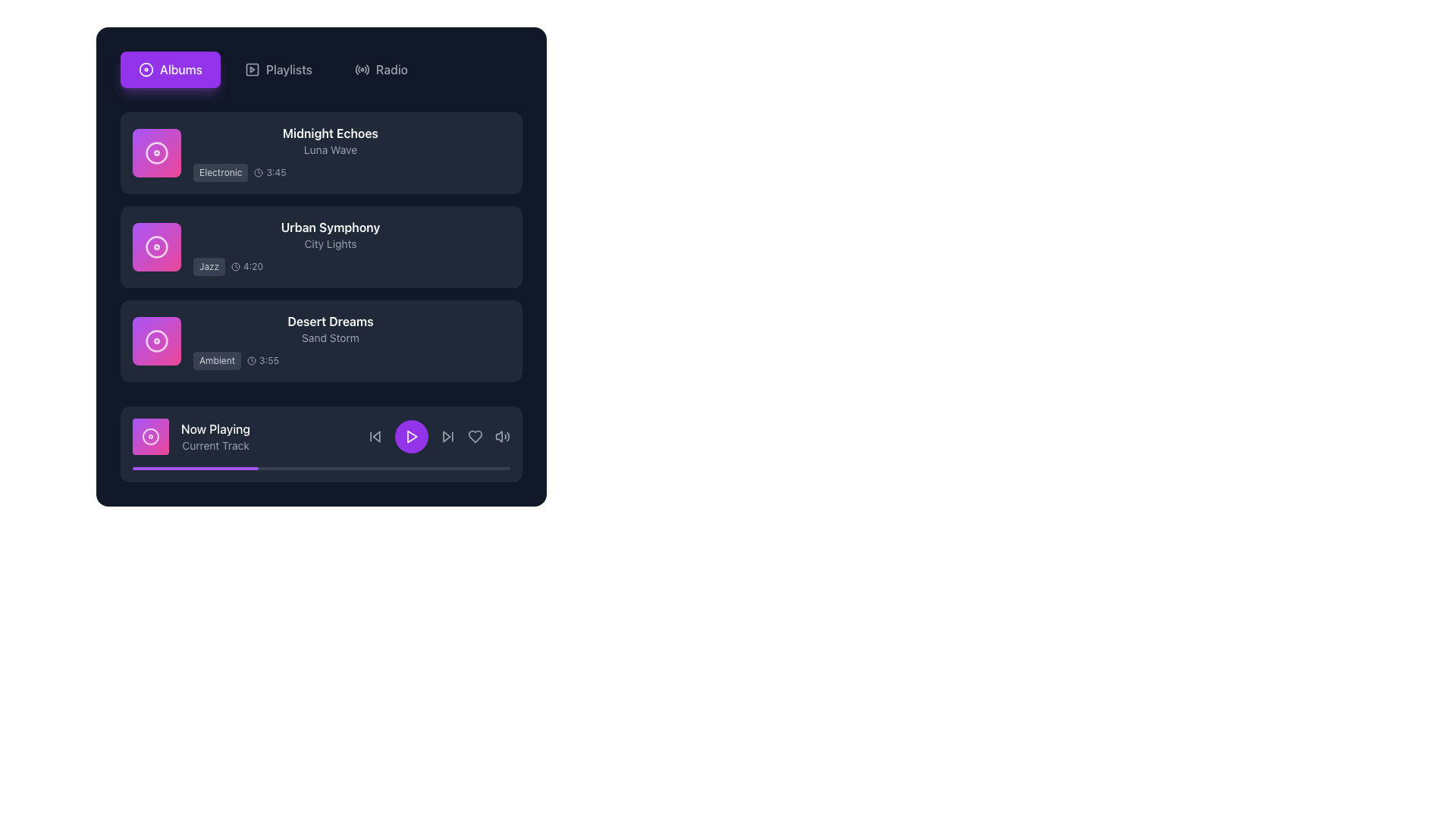 The height and width of the screenshot is (819, 1456). Describe the element at coordinates (320, 341) in the screenshot. I see `to select the third track summary in the vertical list, which displays information about the track including its title, genre, and duration` at that location.